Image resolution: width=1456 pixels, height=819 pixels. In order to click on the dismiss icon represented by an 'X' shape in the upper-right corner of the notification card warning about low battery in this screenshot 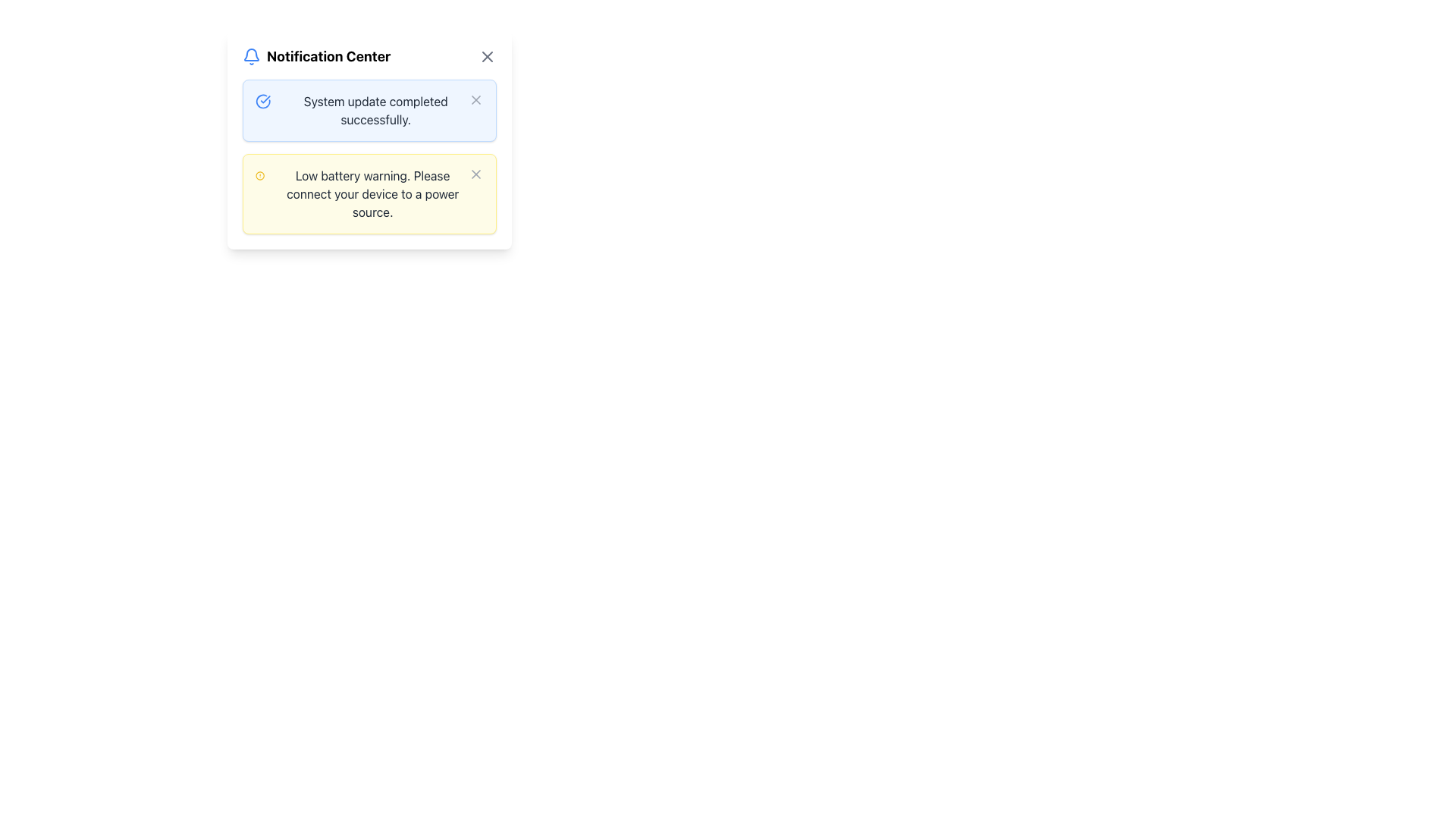, I will do `click(475, 174)`.